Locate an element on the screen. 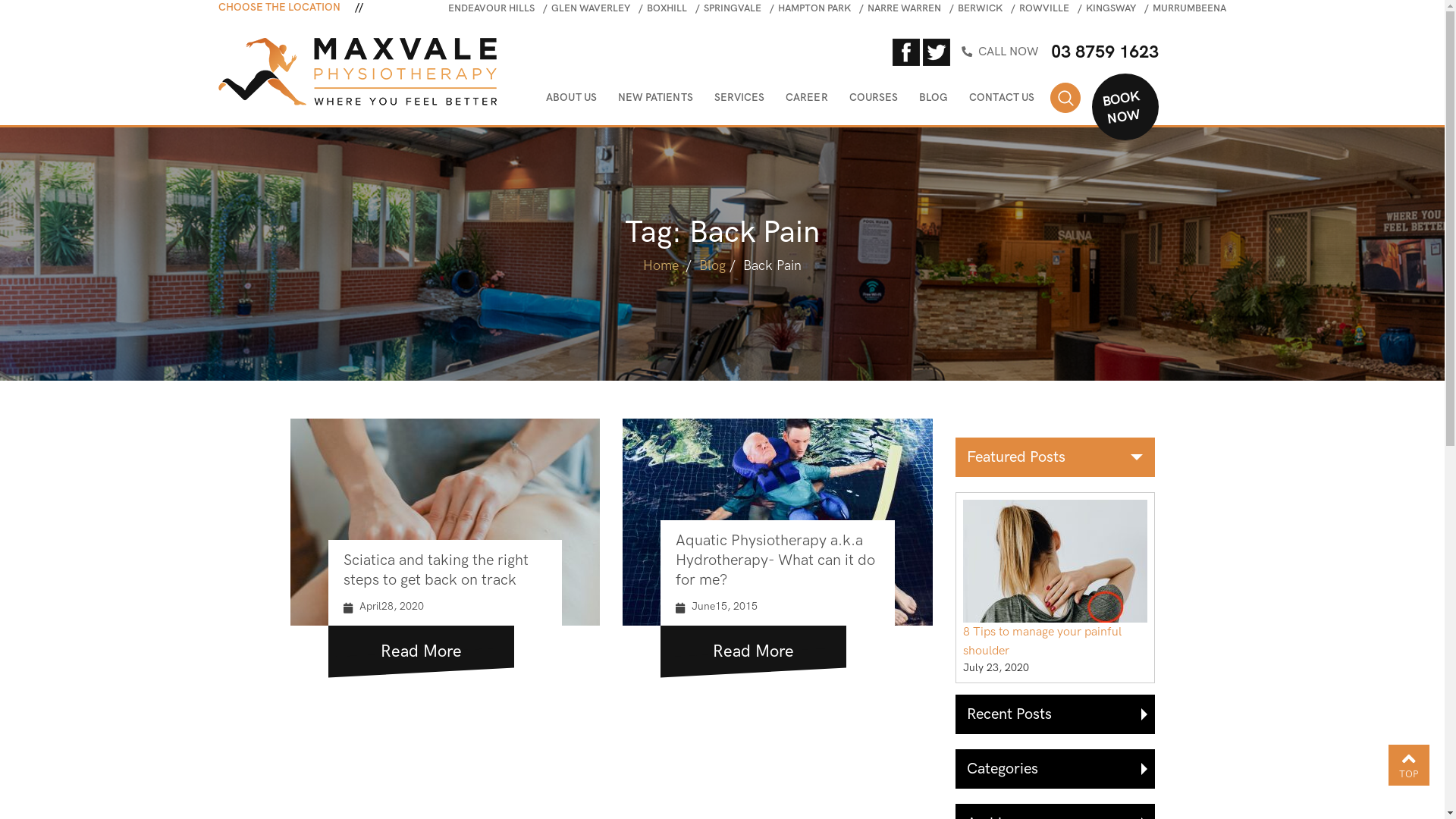 This screenshot has height=819, width=1456. 'ABOUT US' is located at coordinates (570, 100).